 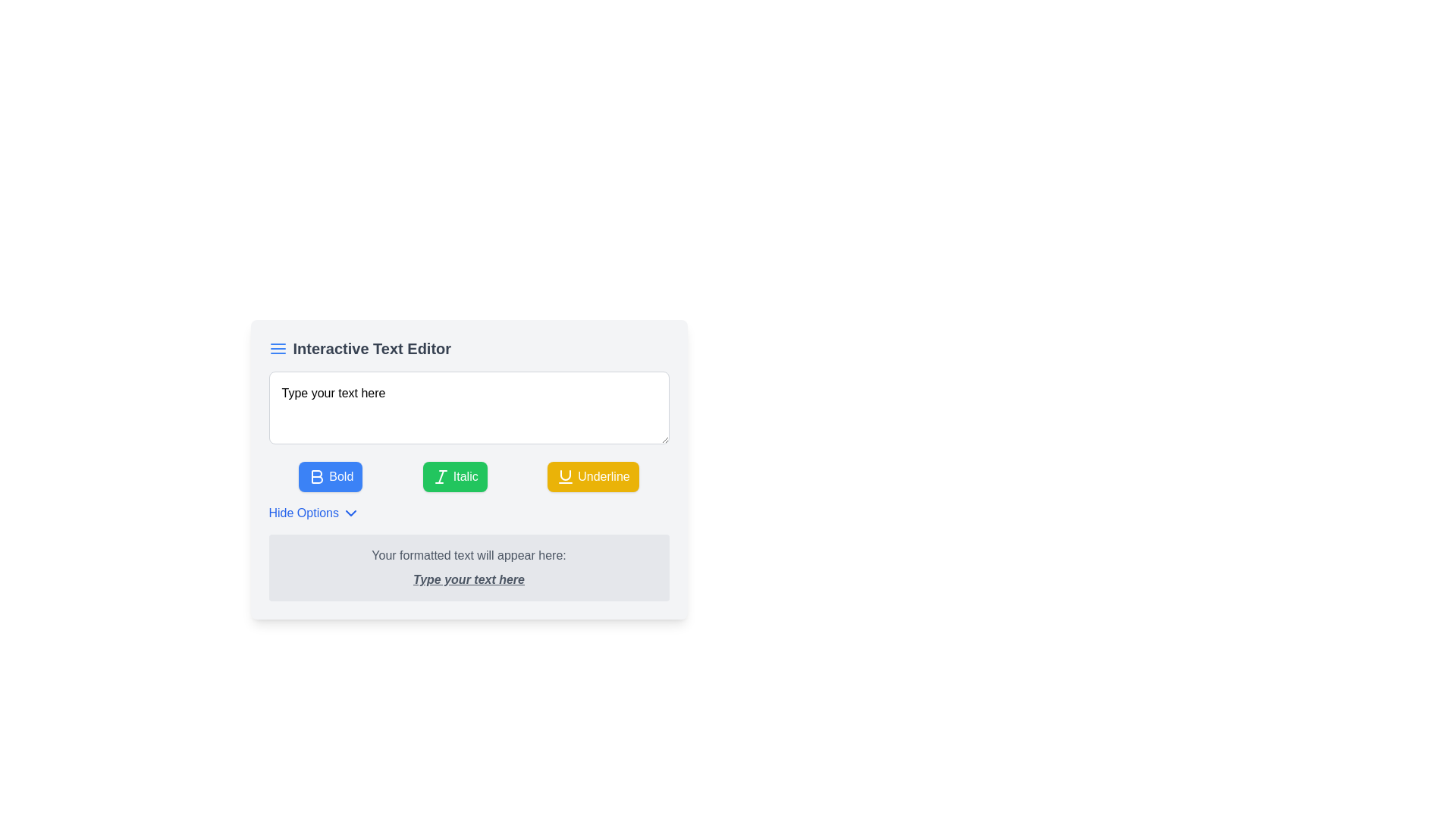 I want to click on the underline formatting icon located within the 'Underline' button, which is positioned to the left of the button's label text, so click(x=565, y=475).